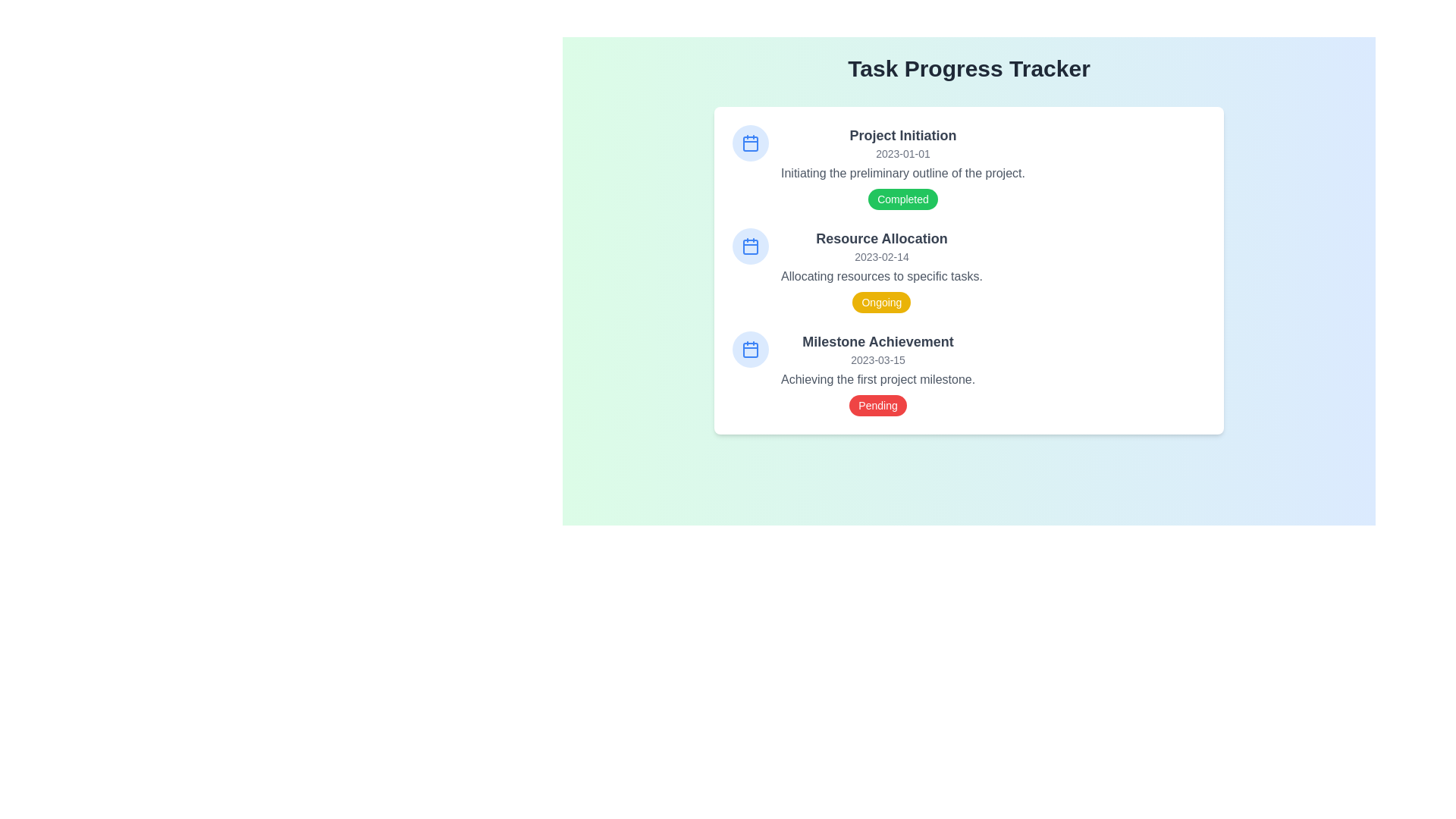  What do you see at coordinates (902, 167) in the screenshot?
I see `the first milestone summary element, which includes its name, date, description, and status ('Completed'), located at the top center of the interface` at bounding box center [902, 167].